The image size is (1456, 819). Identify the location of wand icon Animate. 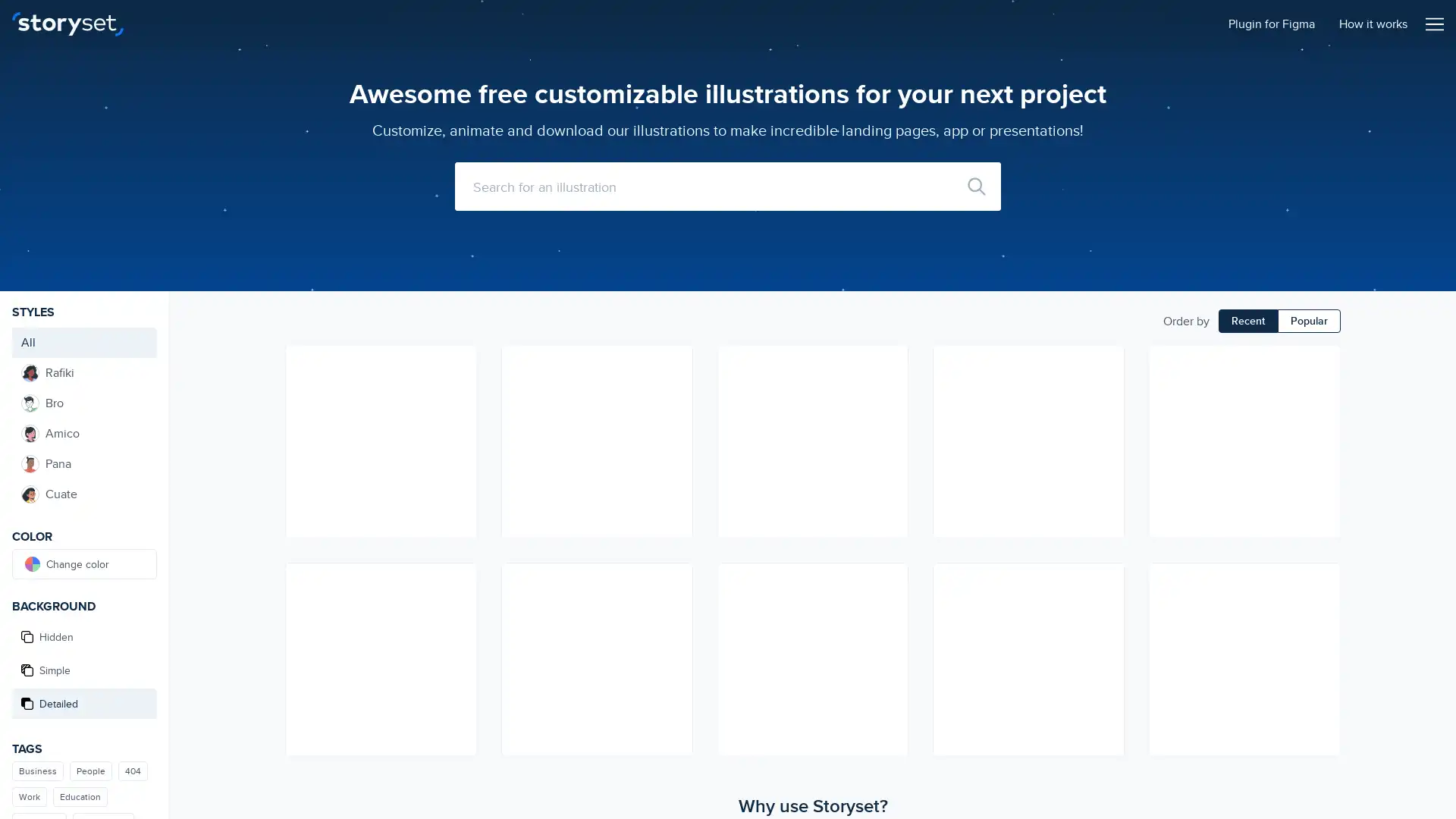
(1320, 580).